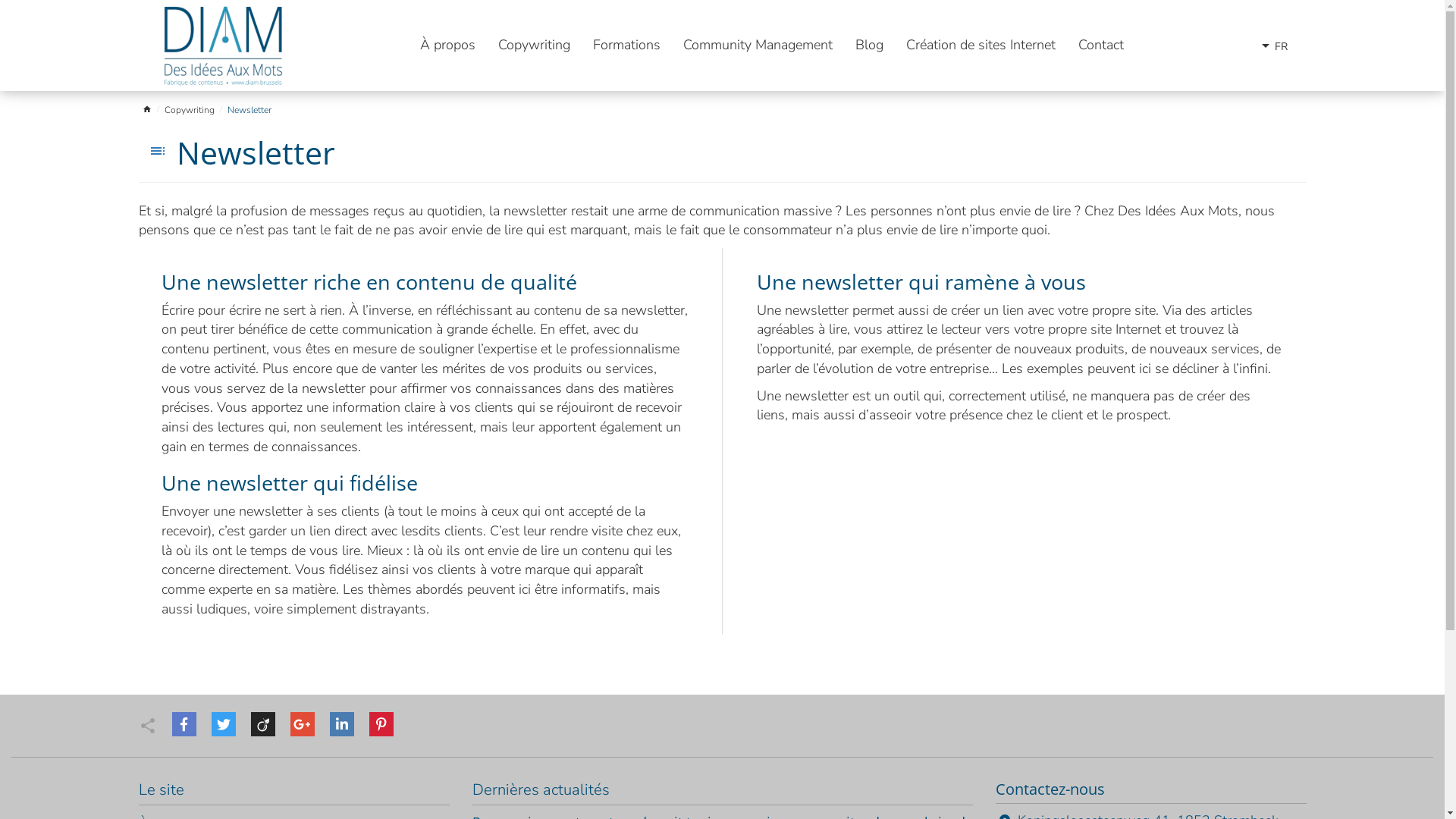 The width and height of the screenshot is (1456, 819). Describe the element at coordinates (869, 45) in the screenshot. I see `'Blog'` at that location.